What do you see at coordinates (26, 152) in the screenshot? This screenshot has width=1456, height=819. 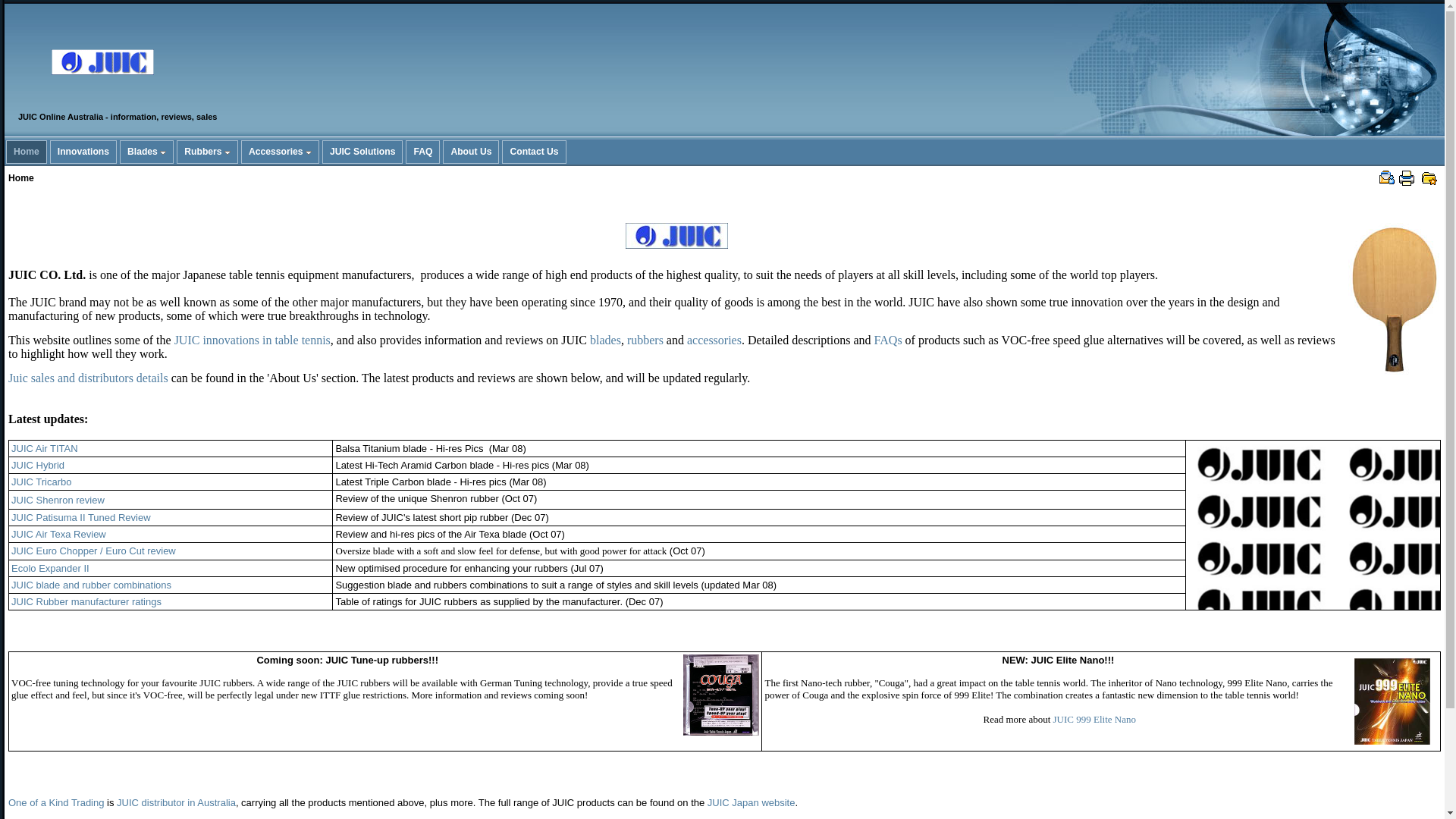 I see `'Home'` at bounding box center [26, 152].